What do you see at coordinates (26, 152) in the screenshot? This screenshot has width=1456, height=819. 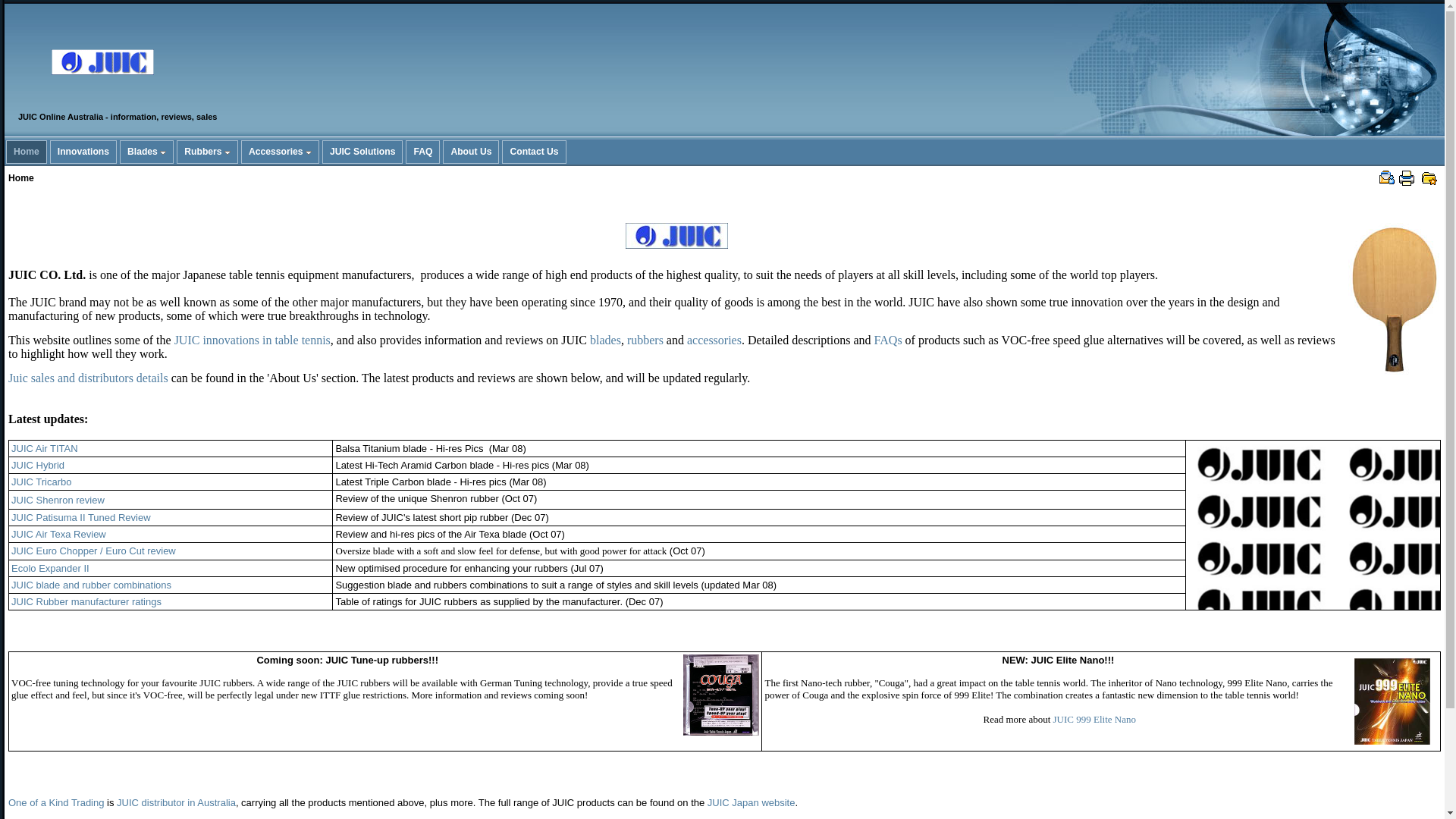 I see `'Home'` at bounding box center [26, 152].